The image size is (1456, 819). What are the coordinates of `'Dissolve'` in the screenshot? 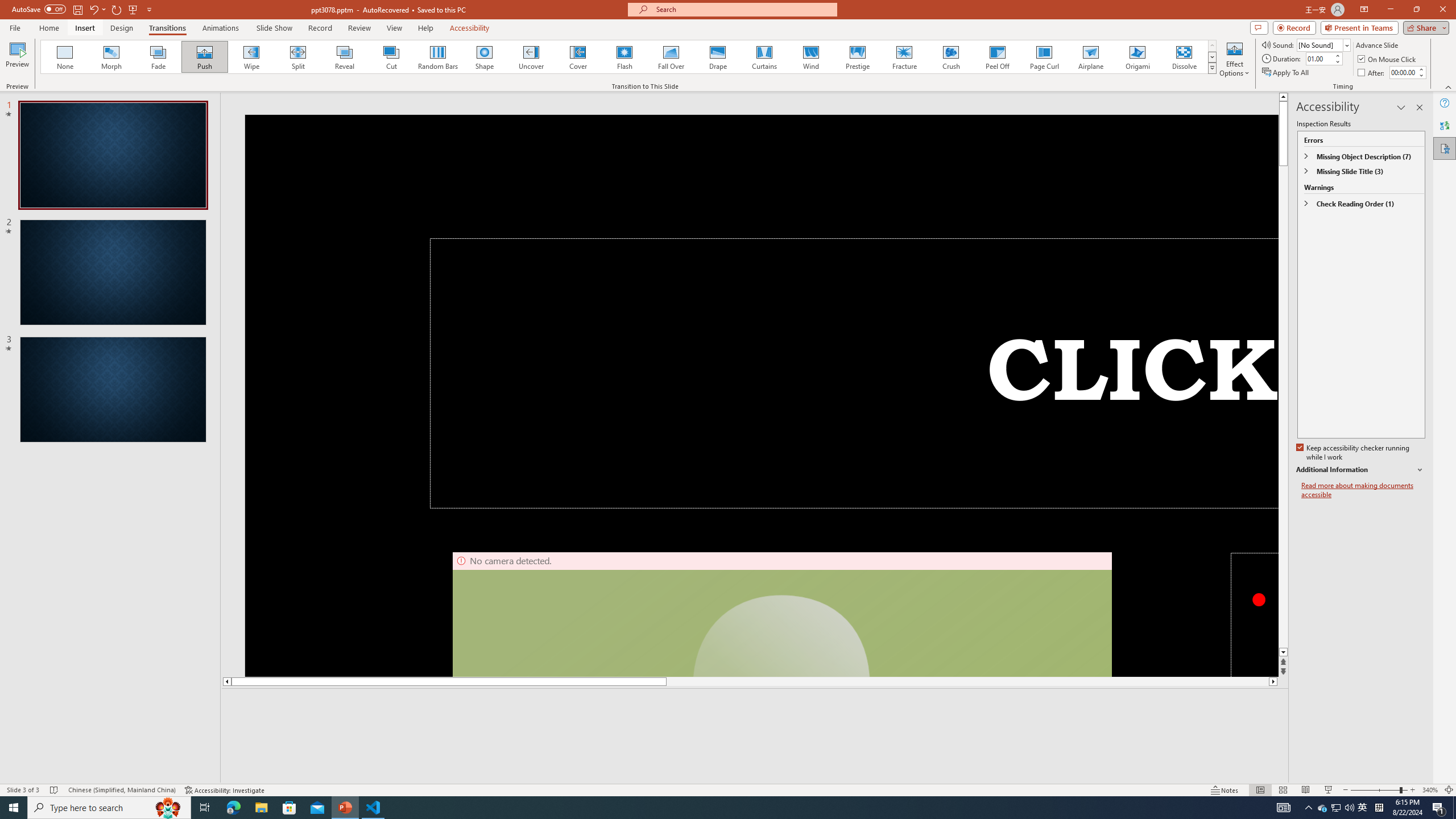 It's located at (1183, 56).